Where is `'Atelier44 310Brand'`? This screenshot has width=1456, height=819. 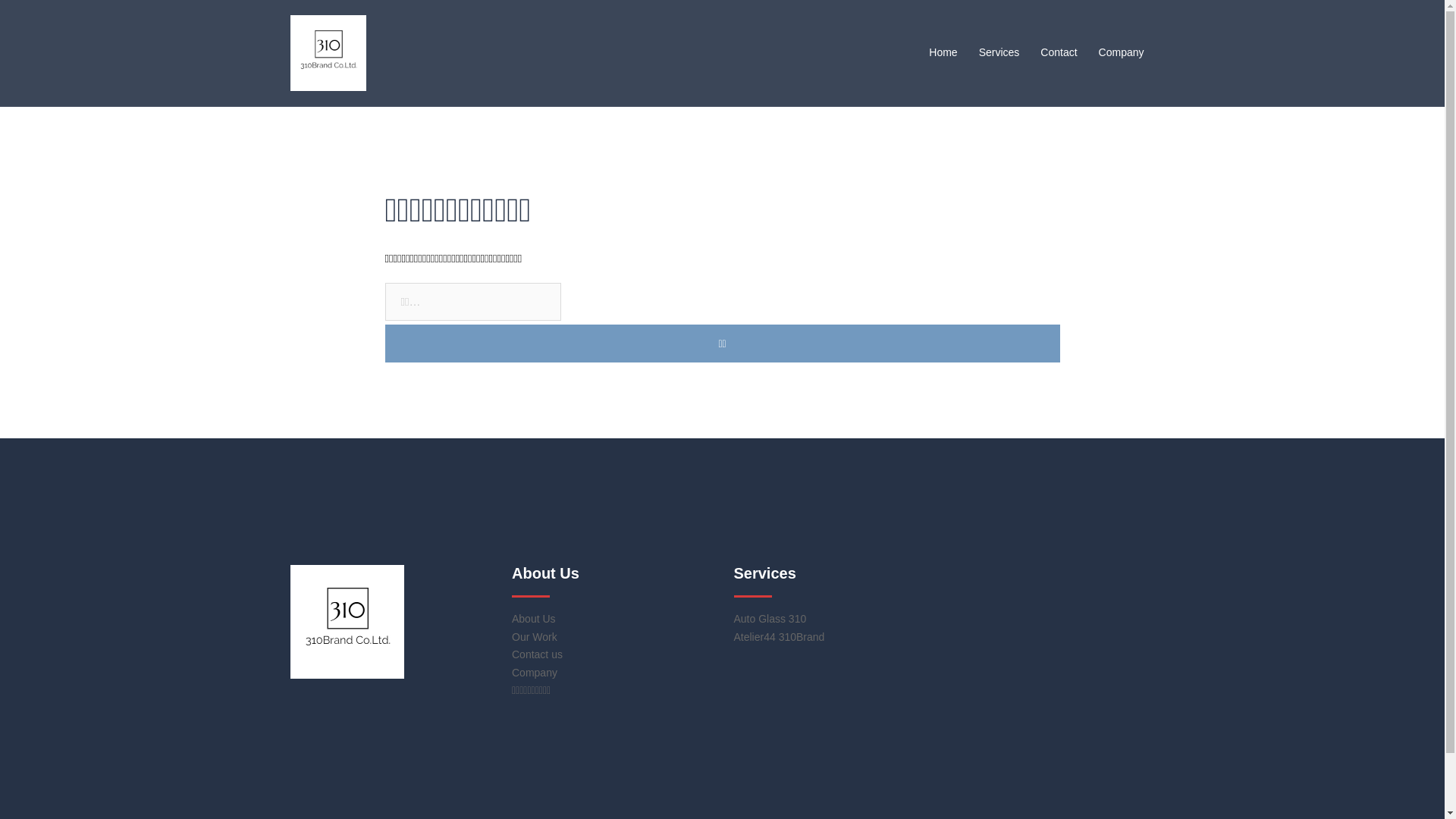
'Atelier44 310Brand' is located at coordinates (779, 637).